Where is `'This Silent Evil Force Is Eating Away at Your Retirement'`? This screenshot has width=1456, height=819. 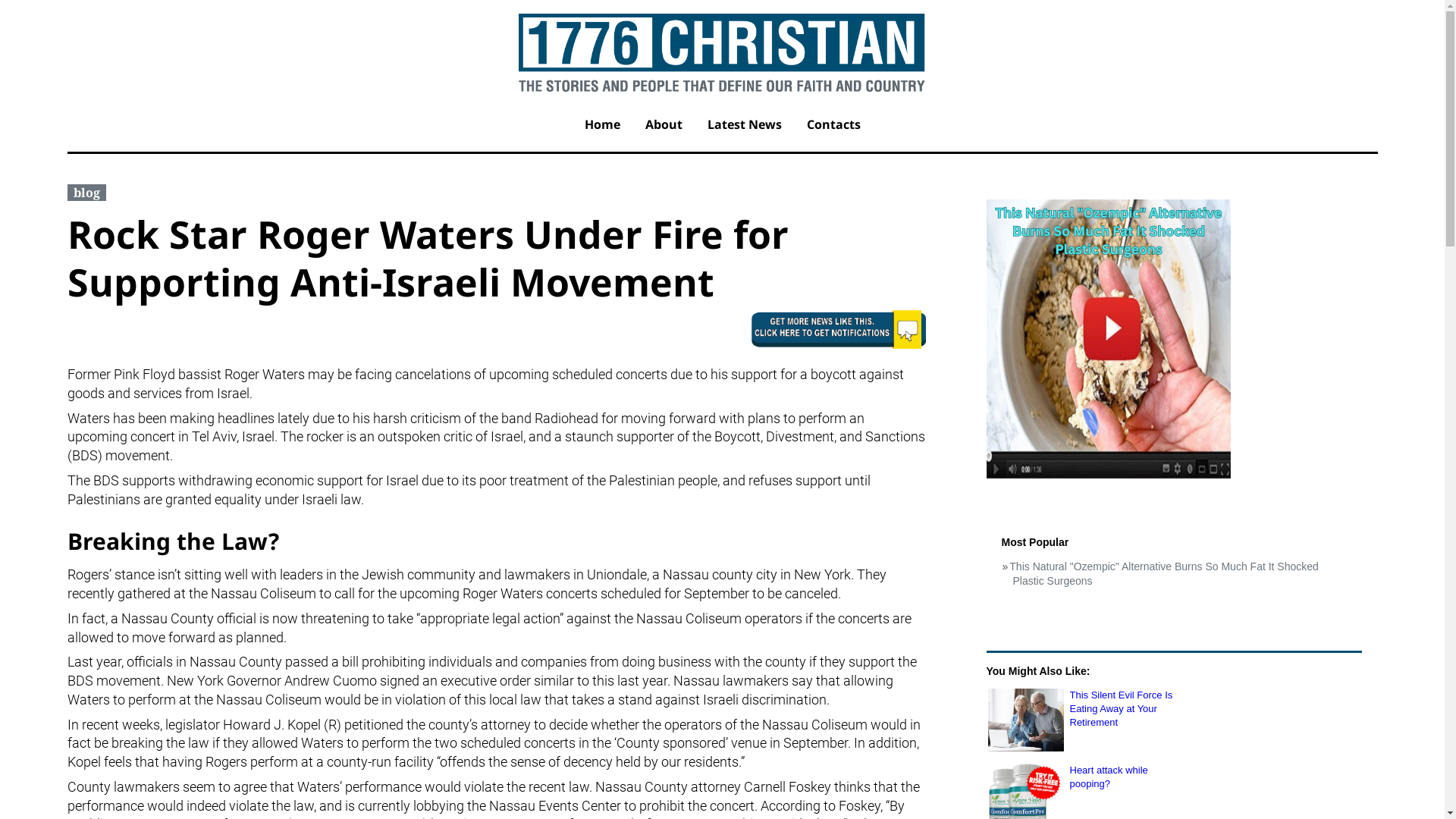
'This Silent Evil Force Is Eating Away at Your Retirement' is located at coordinates (1025, 719).